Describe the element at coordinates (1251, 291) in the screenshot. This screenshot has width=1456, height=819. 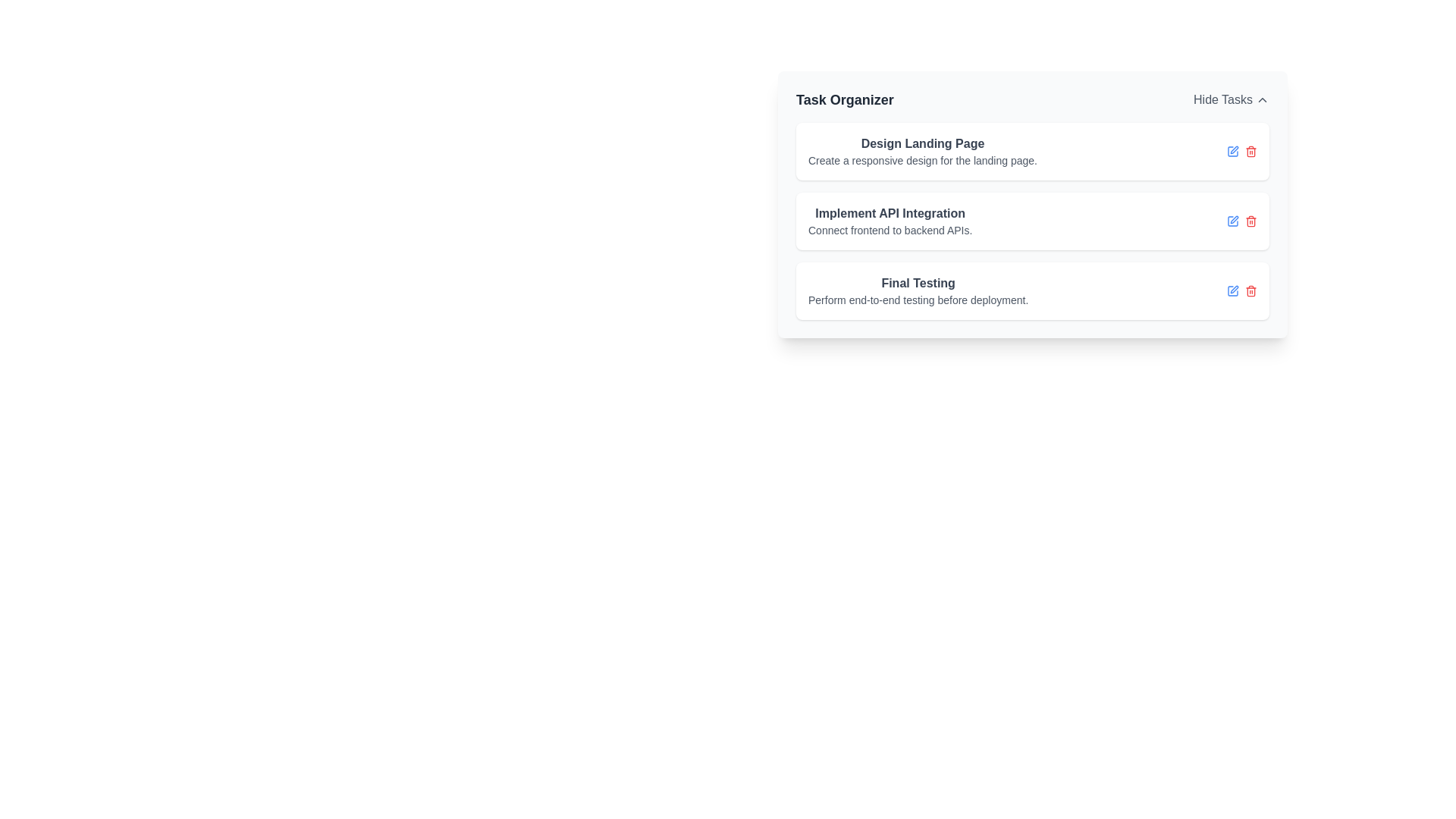
I see `the red trash bin icon, which is styled to indicate a delete function and is located beside the blue pencil edit icon` at that location.